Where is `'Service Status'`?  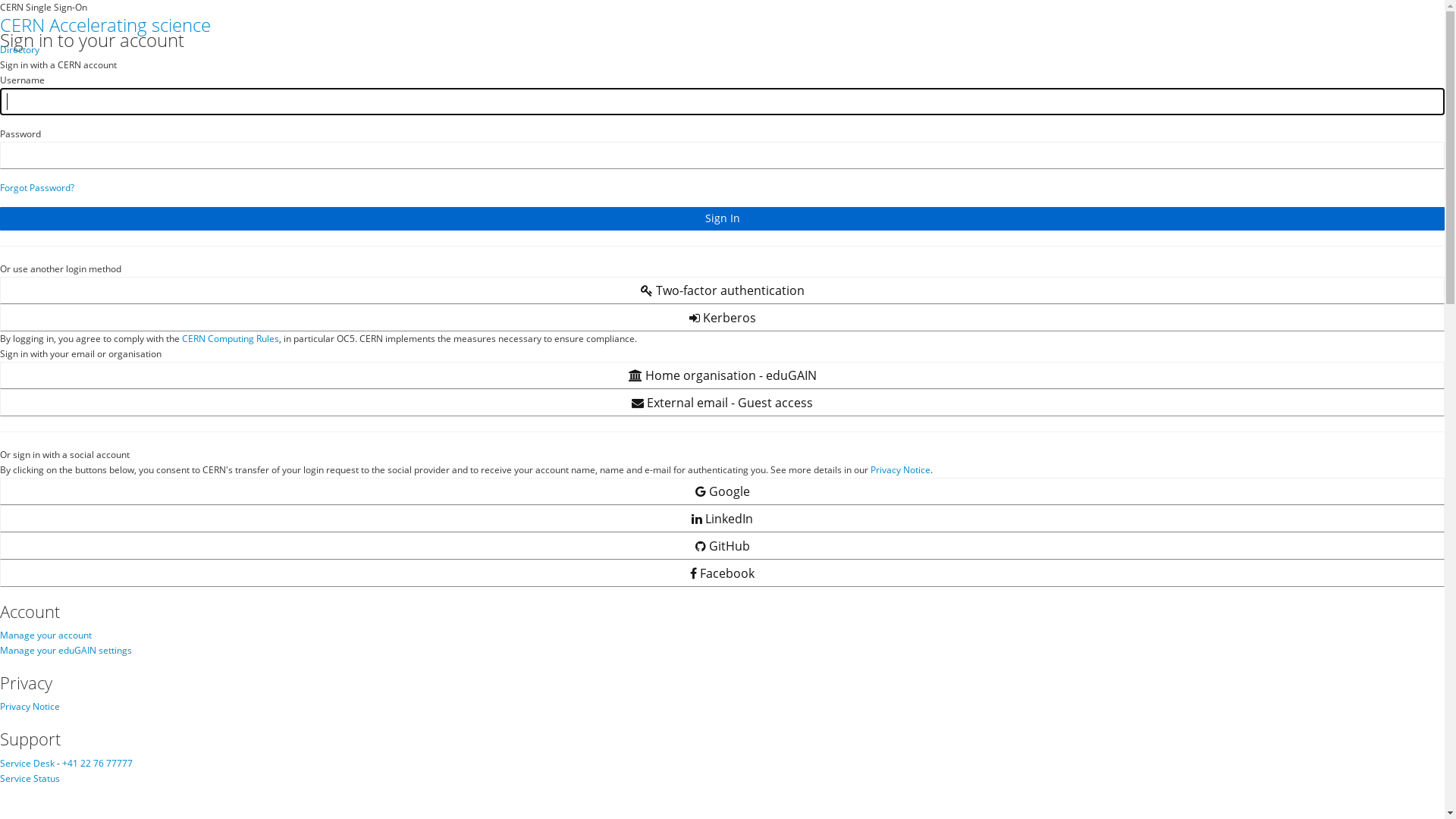 'Service Status' is located at coordinates (30, 778).